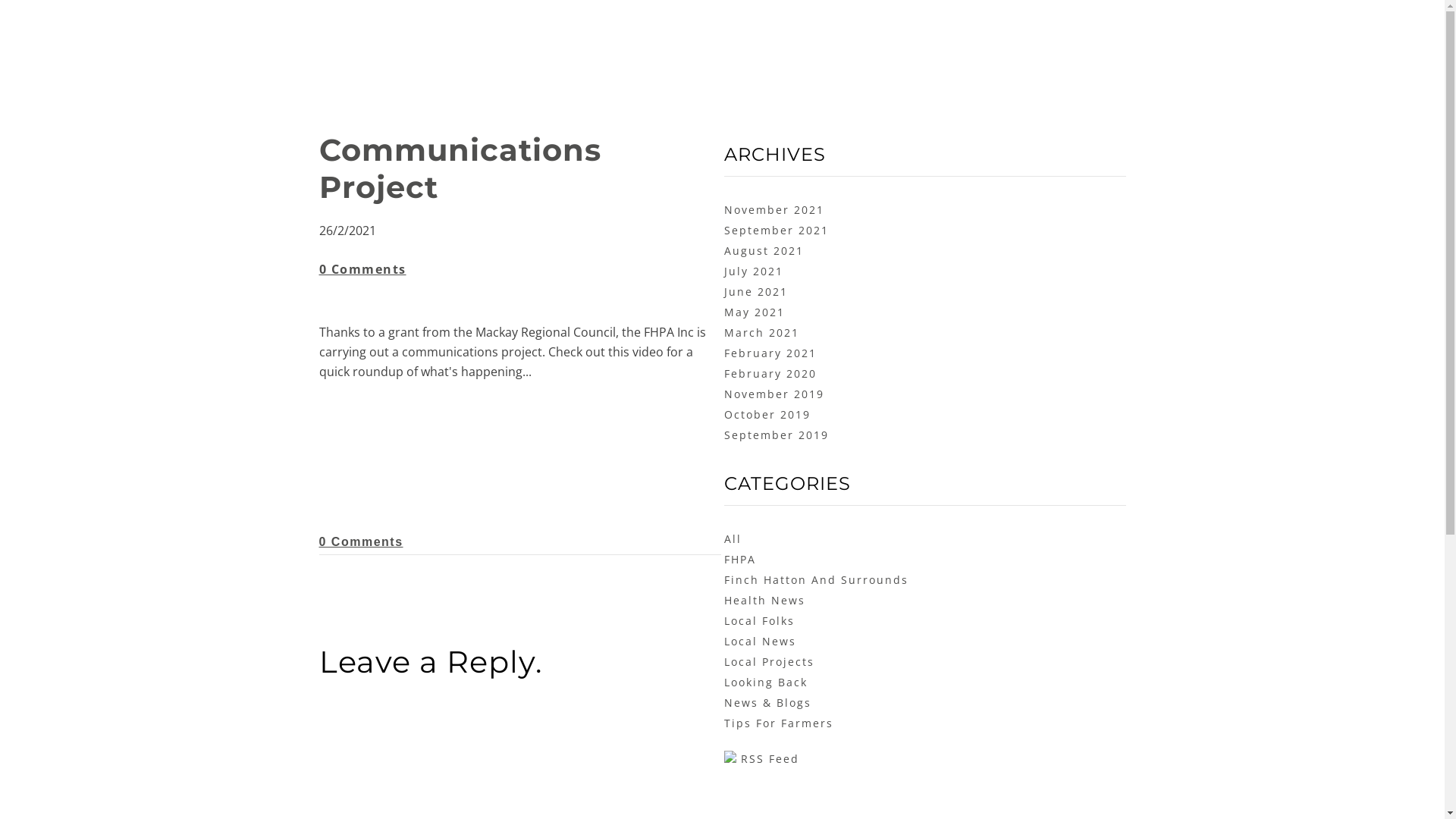 The height and width of the screenshot is (819, 1456). I want to click on 'News & Blogs', so click(767, 702).